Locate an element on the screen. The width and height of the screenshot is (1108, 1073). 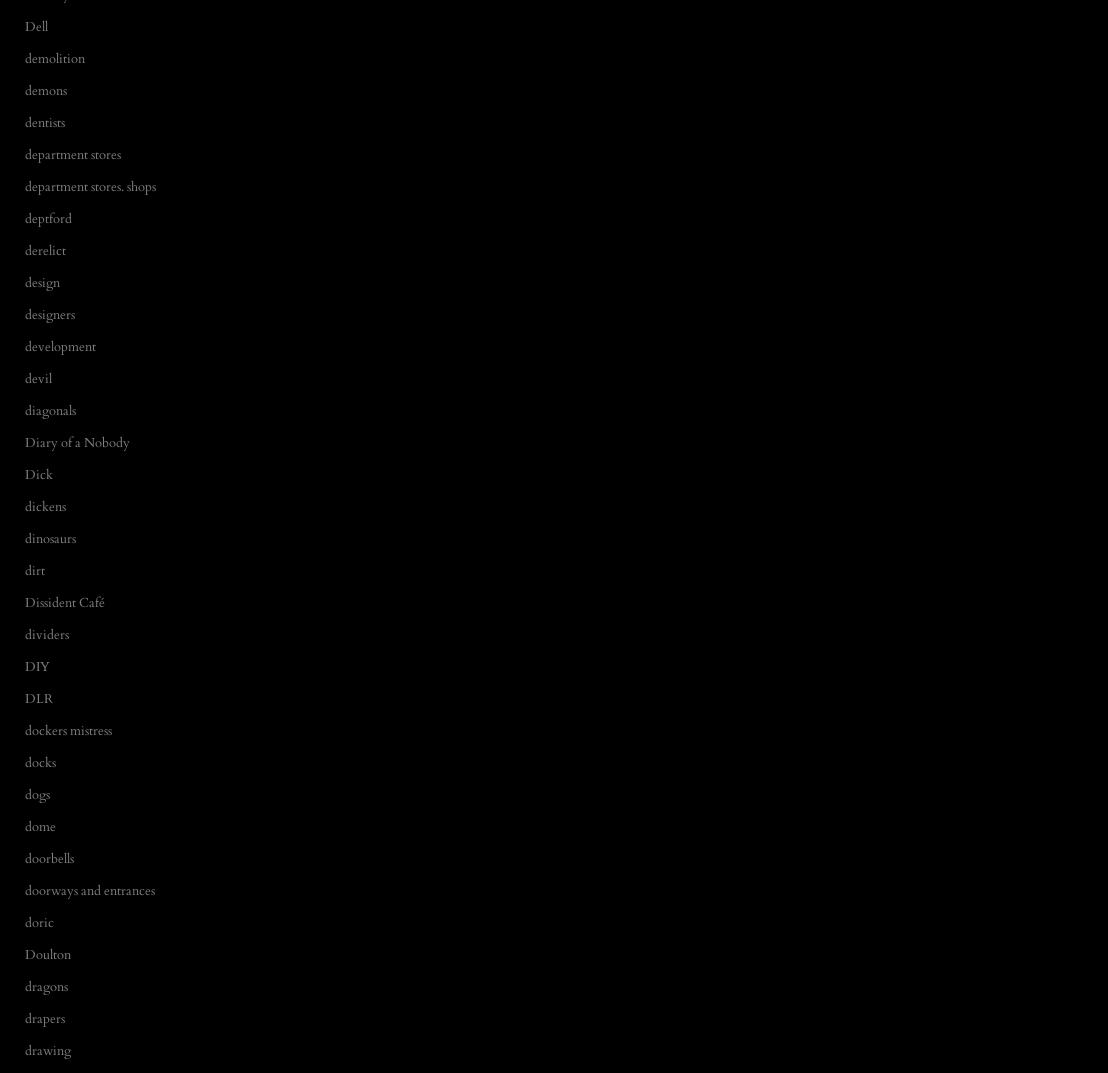
'demolition' is located at coordinates (53, 57).